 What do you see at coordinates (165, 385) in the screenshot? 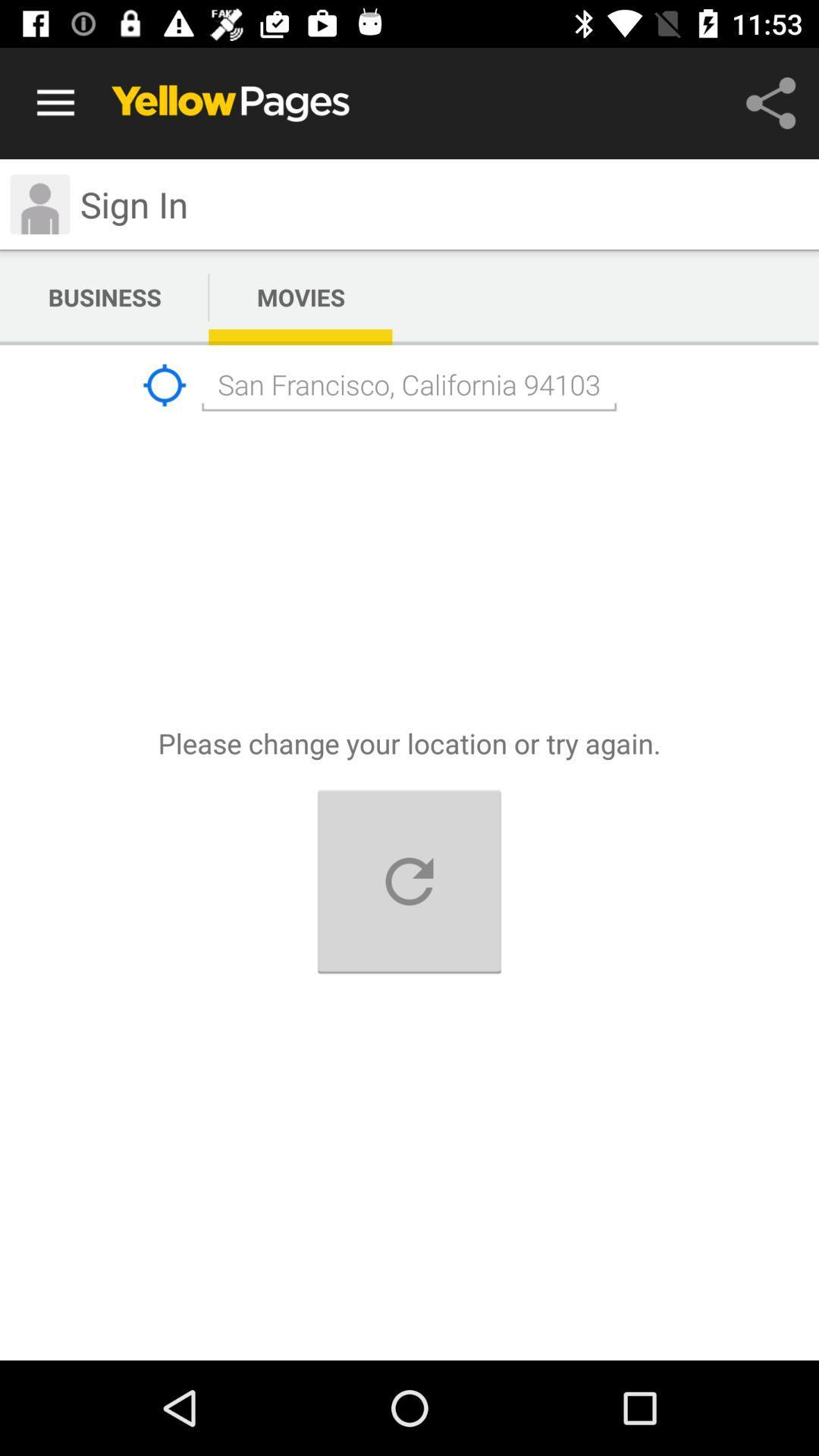
I see `the location tracker icon` at bounding box center [165, 385].